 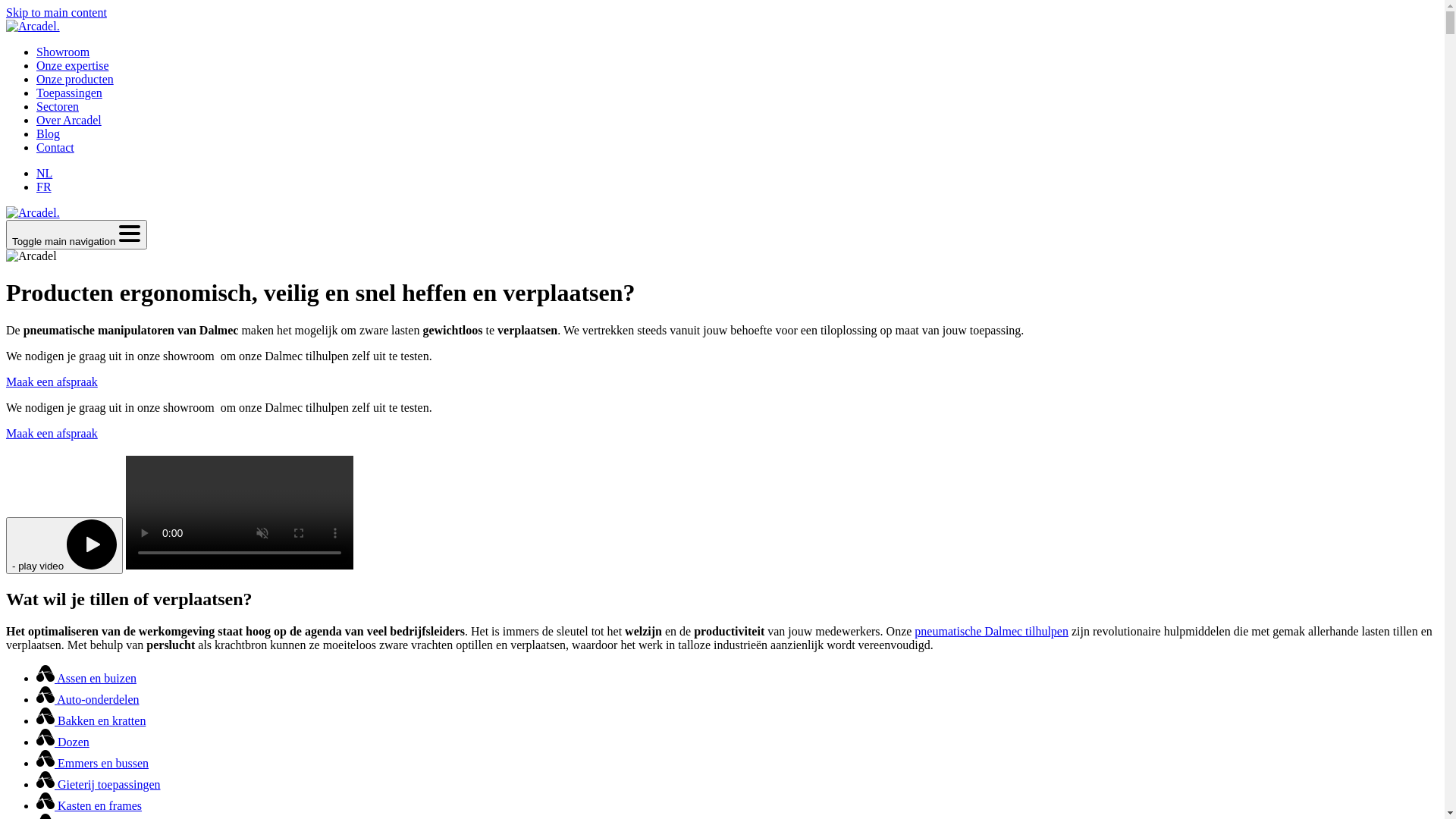 I want to click on 'Onze producten', so click(x=74, y=79).